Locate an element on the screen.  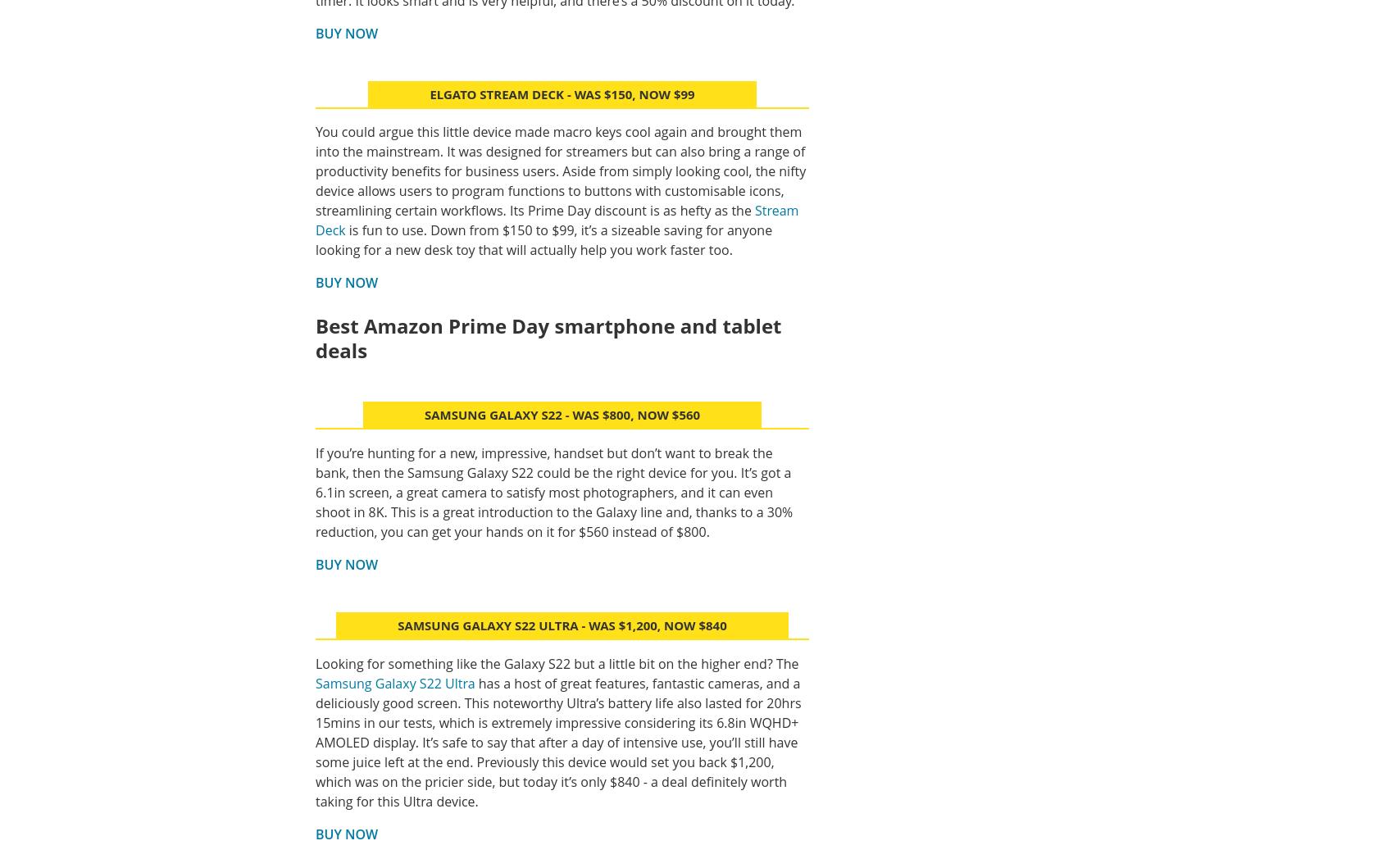
'Samsung Galaxy S22 - Was $800, now $560' is located at coordinates (562, 414).